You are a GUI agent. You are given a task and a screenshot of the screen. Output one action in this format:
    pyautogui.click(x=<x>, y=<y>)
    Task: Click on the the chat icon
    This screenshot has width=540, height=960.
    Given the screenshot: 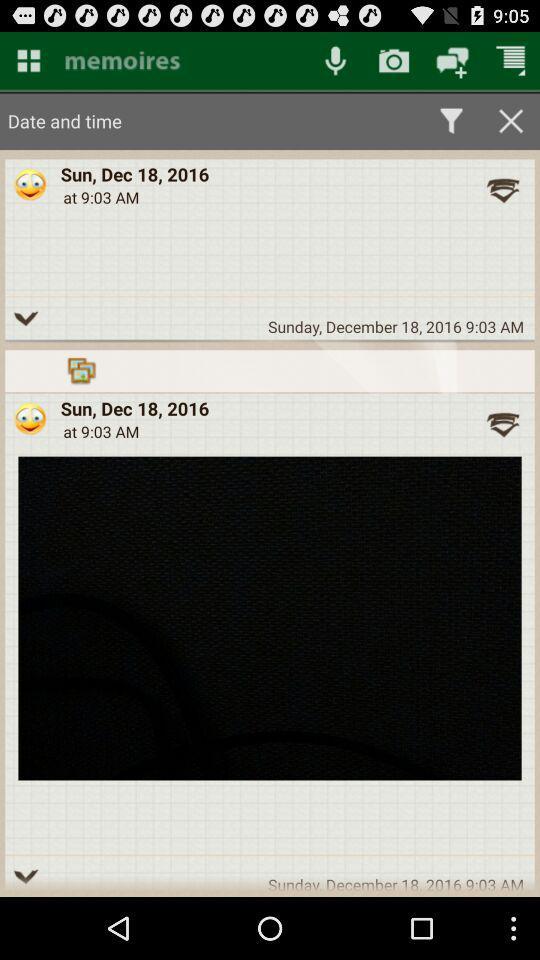 What is the action you would take?
    pyautogui.click(x=452, y=64)
    